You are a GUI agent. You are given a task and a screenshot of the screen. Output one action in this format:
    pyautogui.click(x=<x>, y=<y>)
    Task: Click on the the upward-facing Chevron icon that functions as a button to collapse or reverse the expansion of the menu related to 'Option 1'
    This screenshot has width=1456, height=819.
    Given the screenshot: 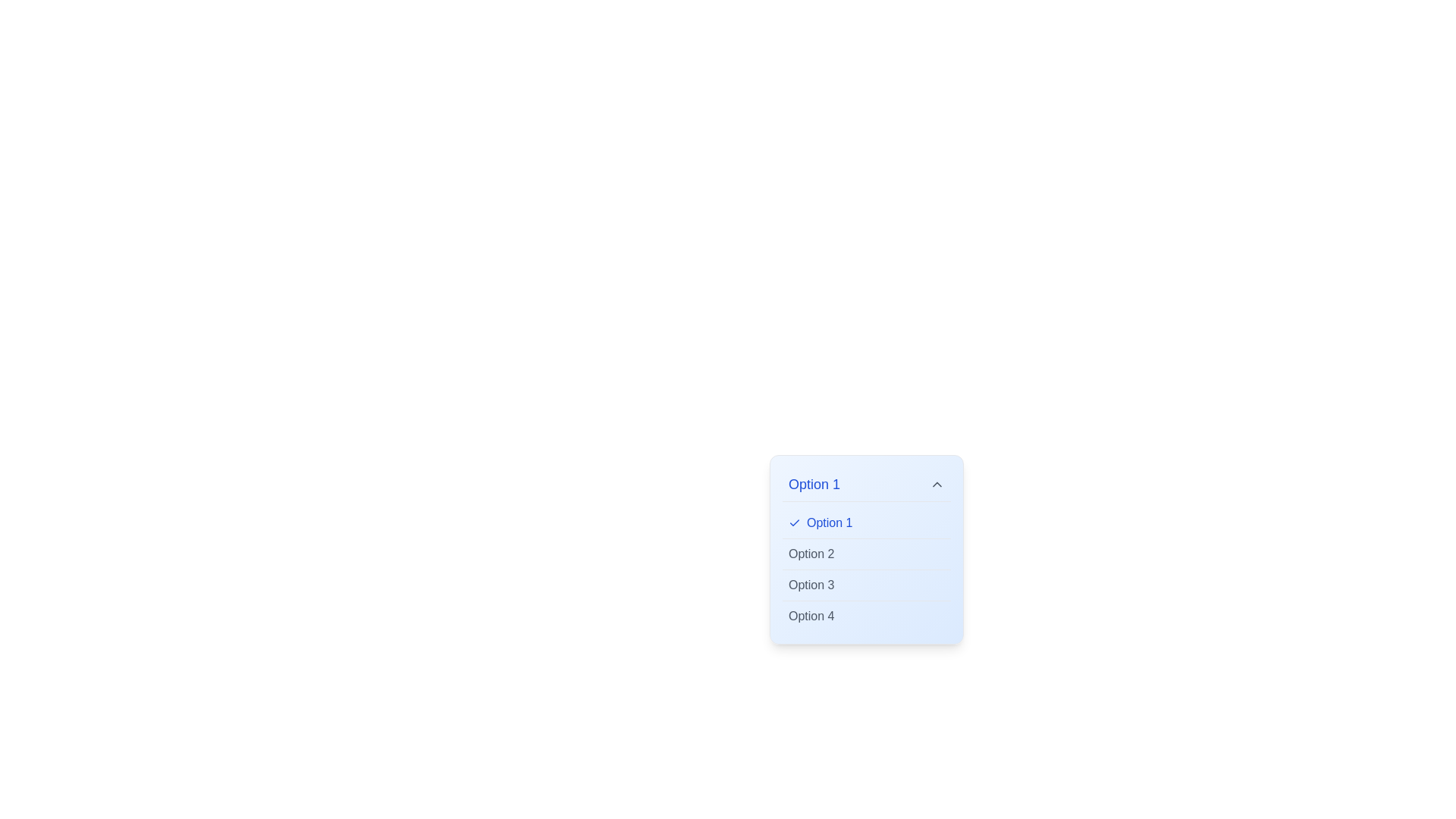 What is the action you would take?
    pyautogui.click(x=937, y=485)
    